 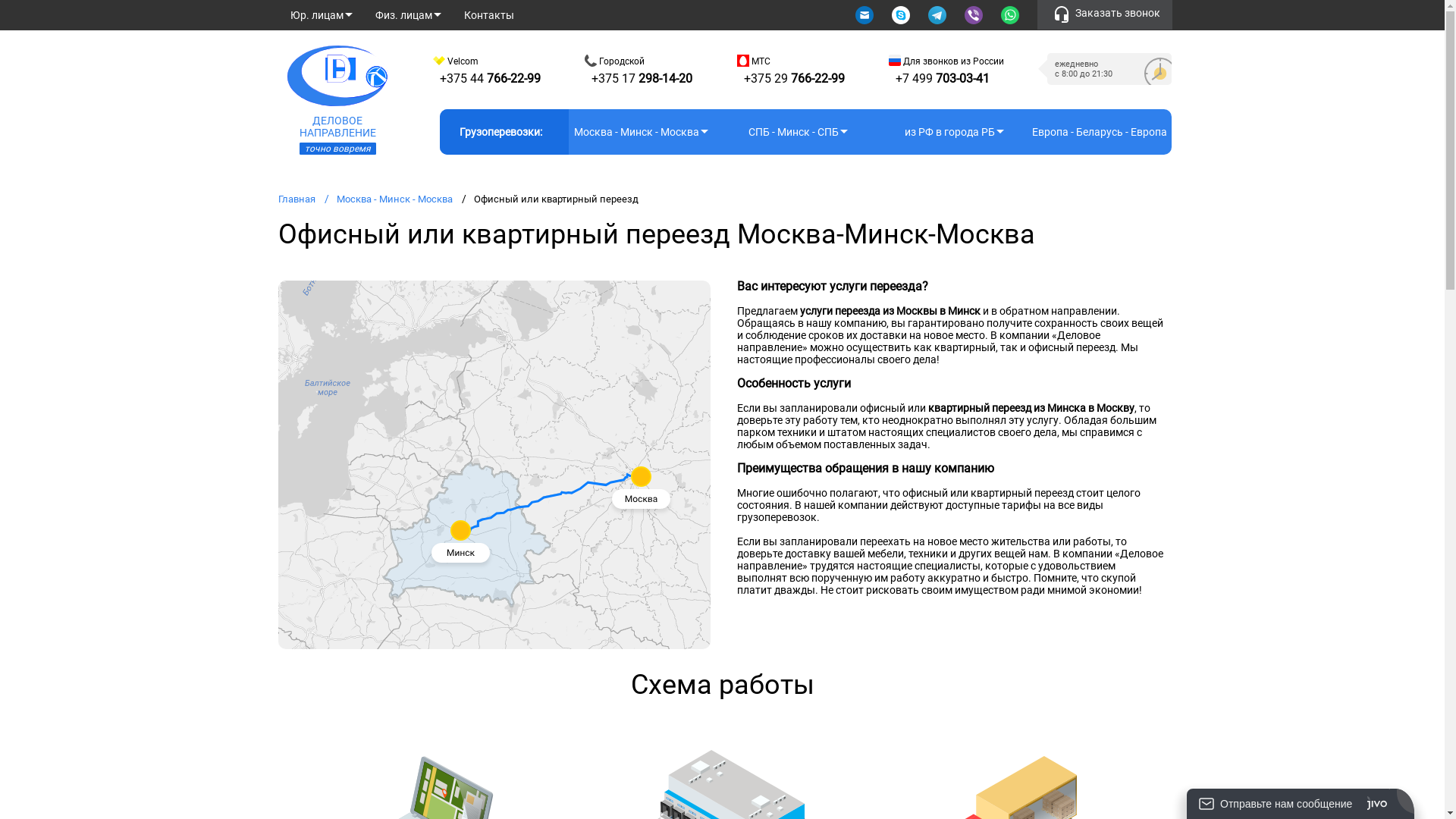 What do you see at coordinates (942, 78) in the screenshot?
I see `'+7 499 703-03-41'` at bounding box center [942, 78].